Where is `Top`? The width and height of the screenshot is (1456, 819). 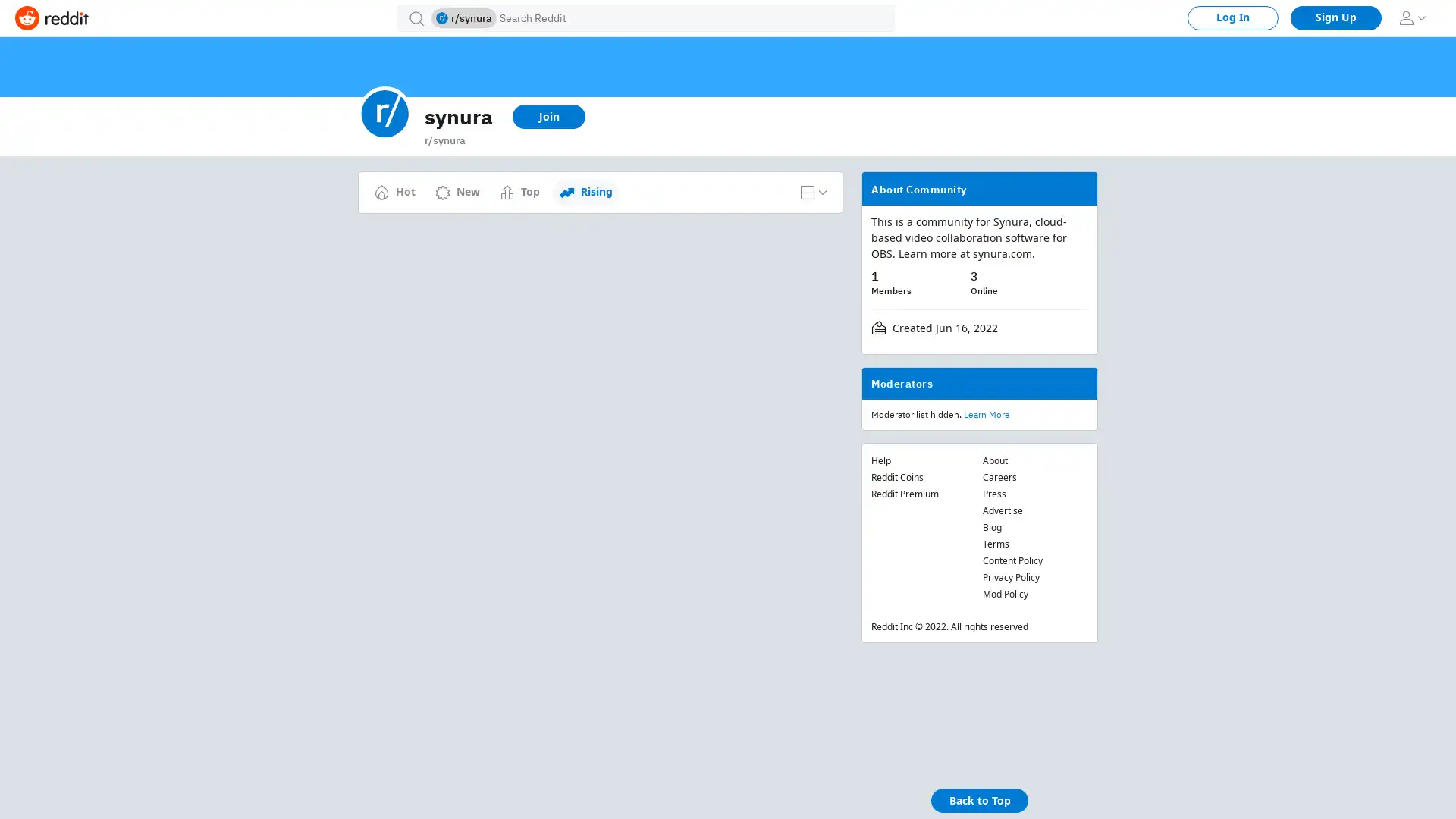 Top is located at coordinates (519, 192).